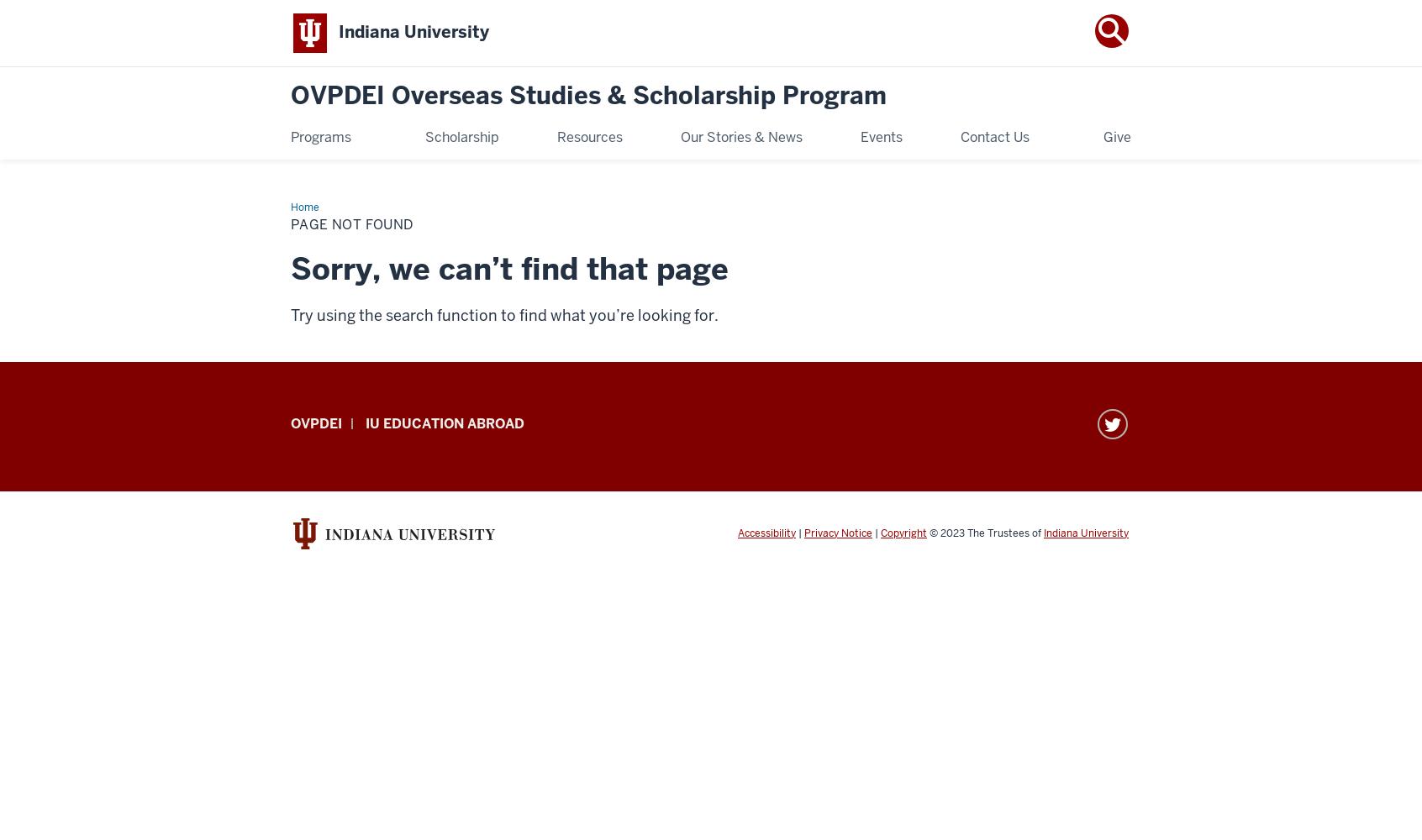 The width and height of the screenshot is (1422, 840). I want to click on 'Try using the search function to find what you’re looking for.', so click(503, 313).